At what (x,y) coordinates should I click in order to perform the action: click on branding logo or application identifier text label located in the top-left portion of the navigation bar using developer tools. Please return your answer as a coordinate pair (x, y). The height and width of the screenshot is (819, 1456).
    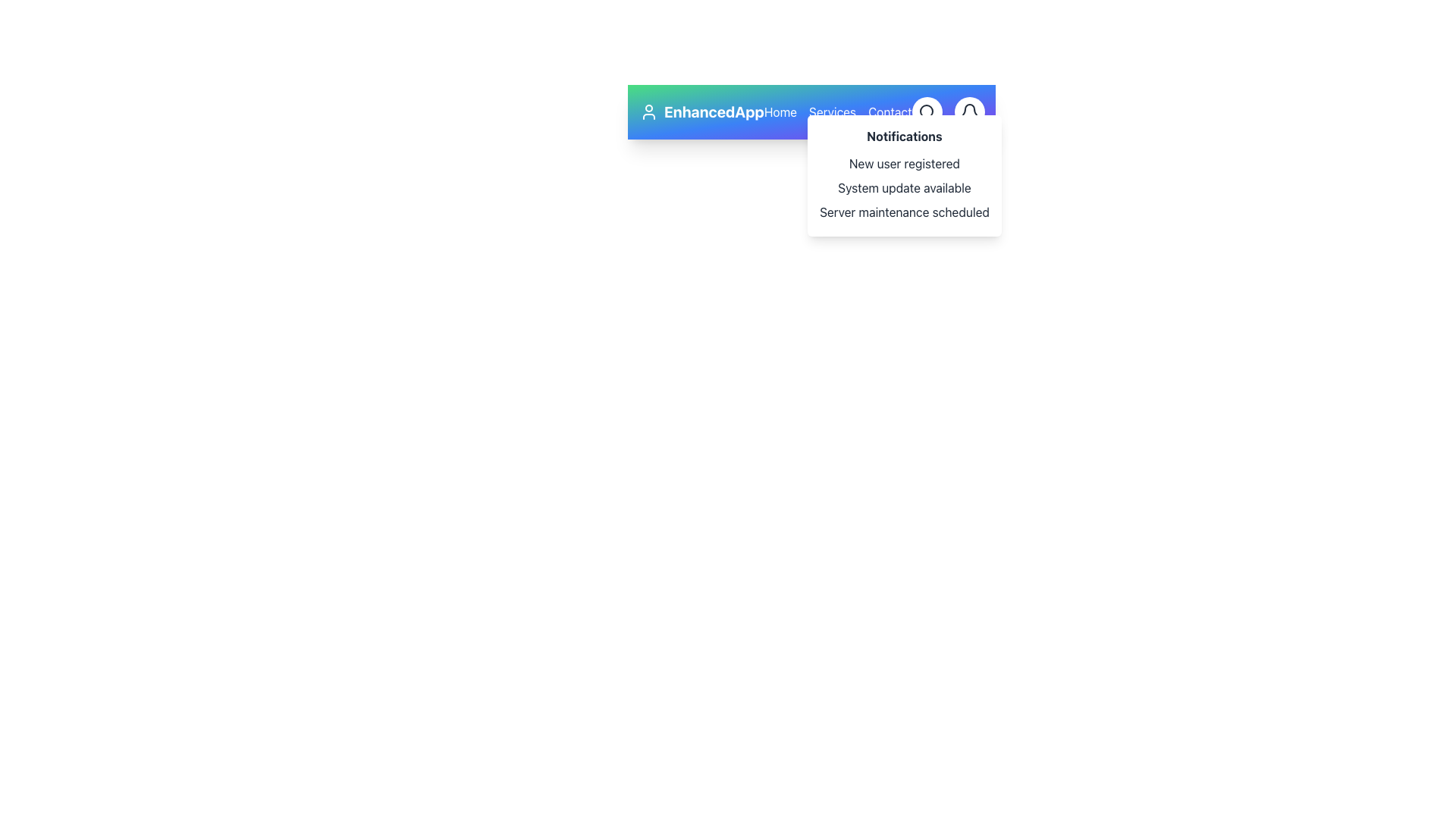
    Looking at the image, I should click on (701, 111).